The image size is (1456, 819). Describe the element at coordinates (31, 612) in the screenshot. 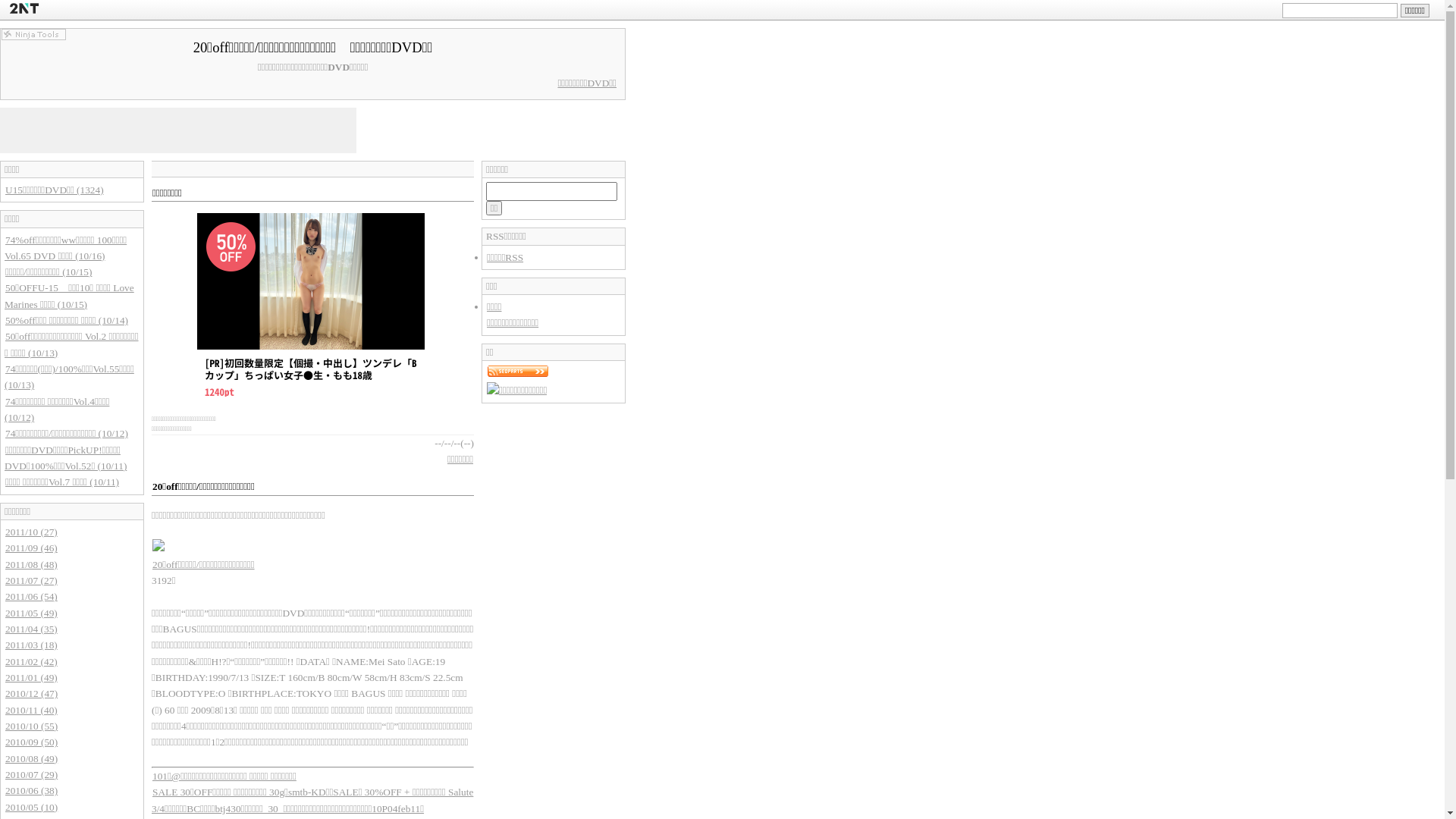

I see `'2011/05 (49)'` at that location.